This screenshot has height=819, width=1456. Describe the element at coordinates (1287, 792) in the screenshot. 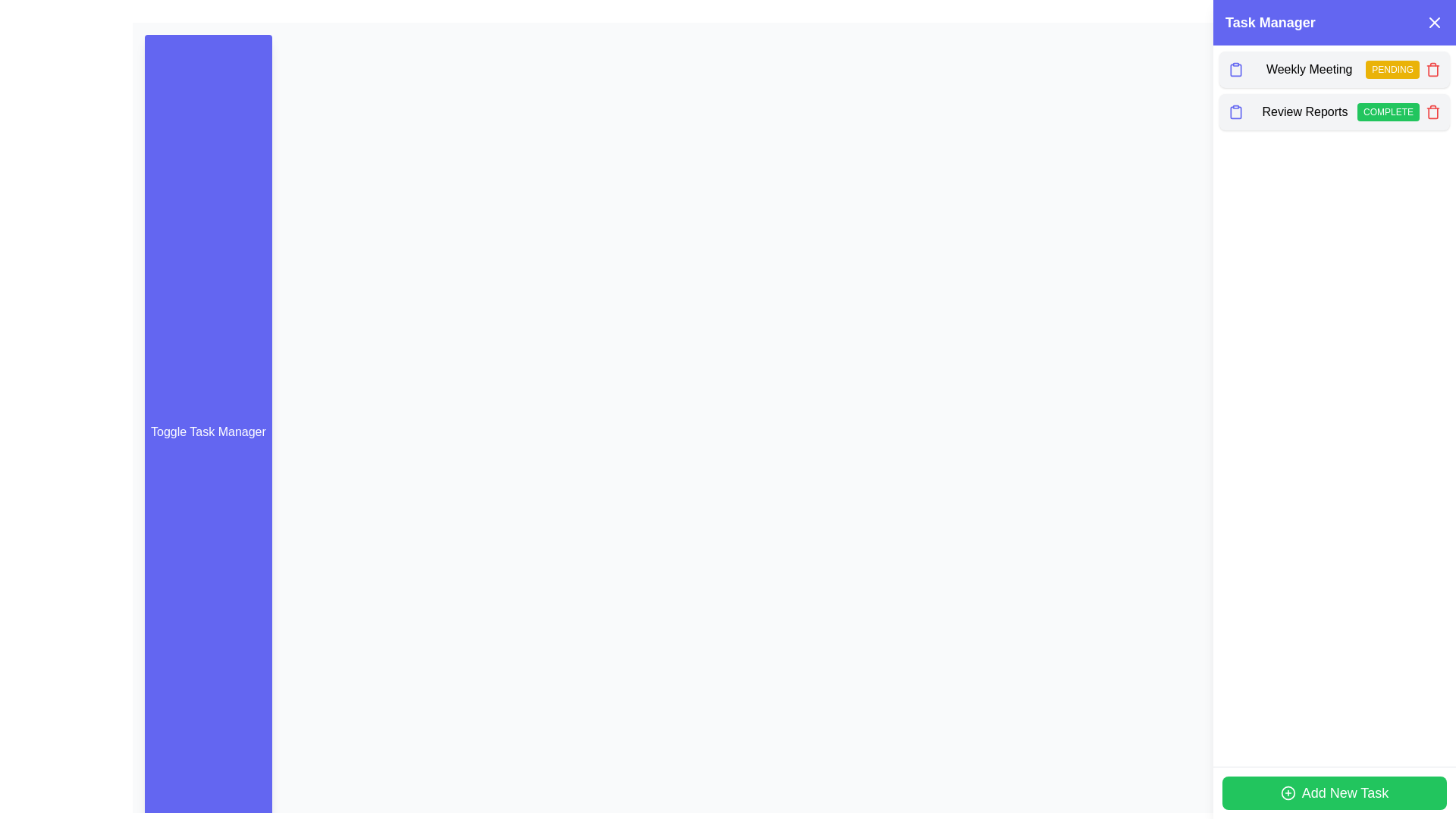

I see `the circular green icon with a plus sign, located within the 'Add New Task' button` at that location.